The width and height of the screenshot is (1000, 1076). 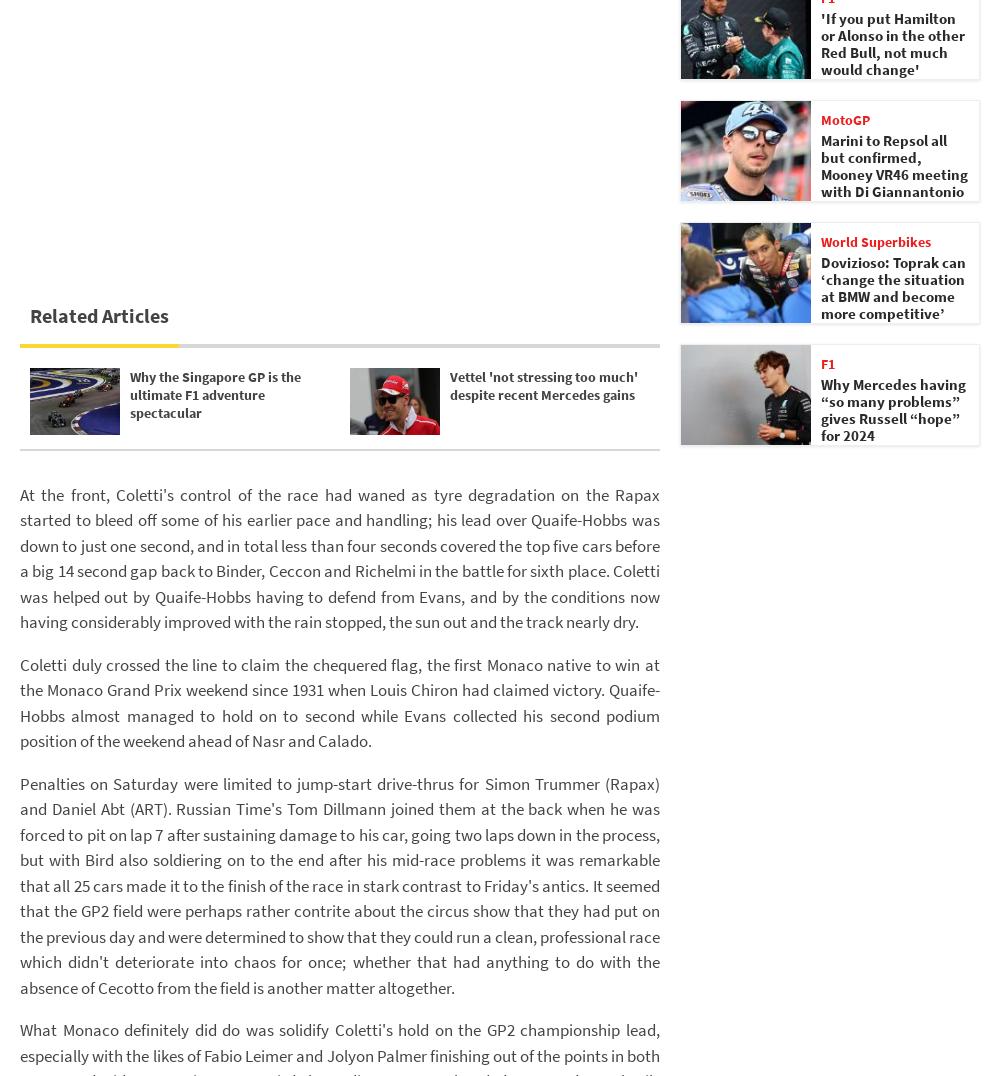 I want to click on 'Dovizioso: Toprak can ‘change the situation at BMW and become more competitive’', so click(x=820, y=287).